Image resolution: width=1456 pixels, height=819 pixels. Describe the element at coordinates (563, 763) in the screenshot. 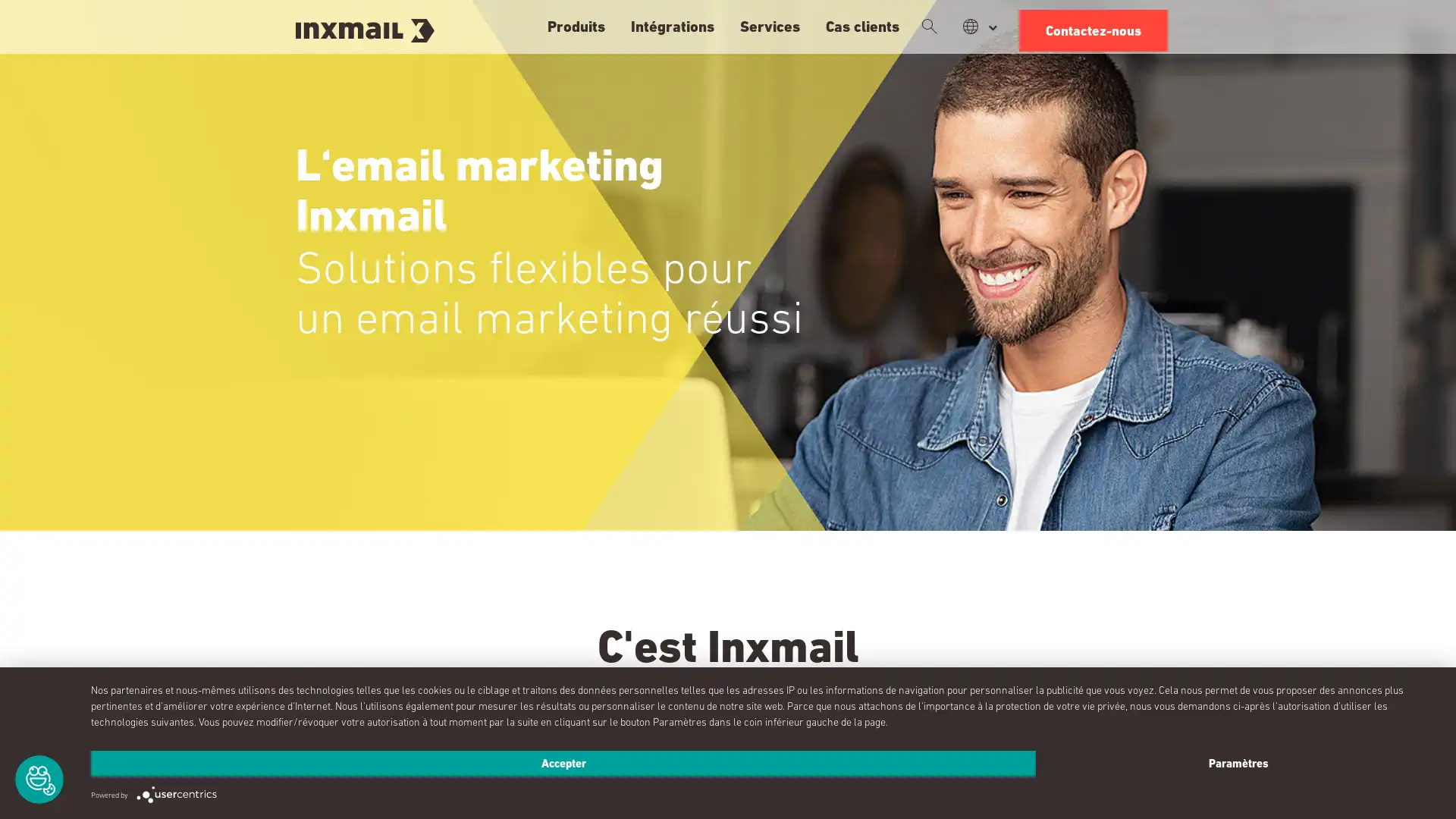

I see `Accepter` at that location.